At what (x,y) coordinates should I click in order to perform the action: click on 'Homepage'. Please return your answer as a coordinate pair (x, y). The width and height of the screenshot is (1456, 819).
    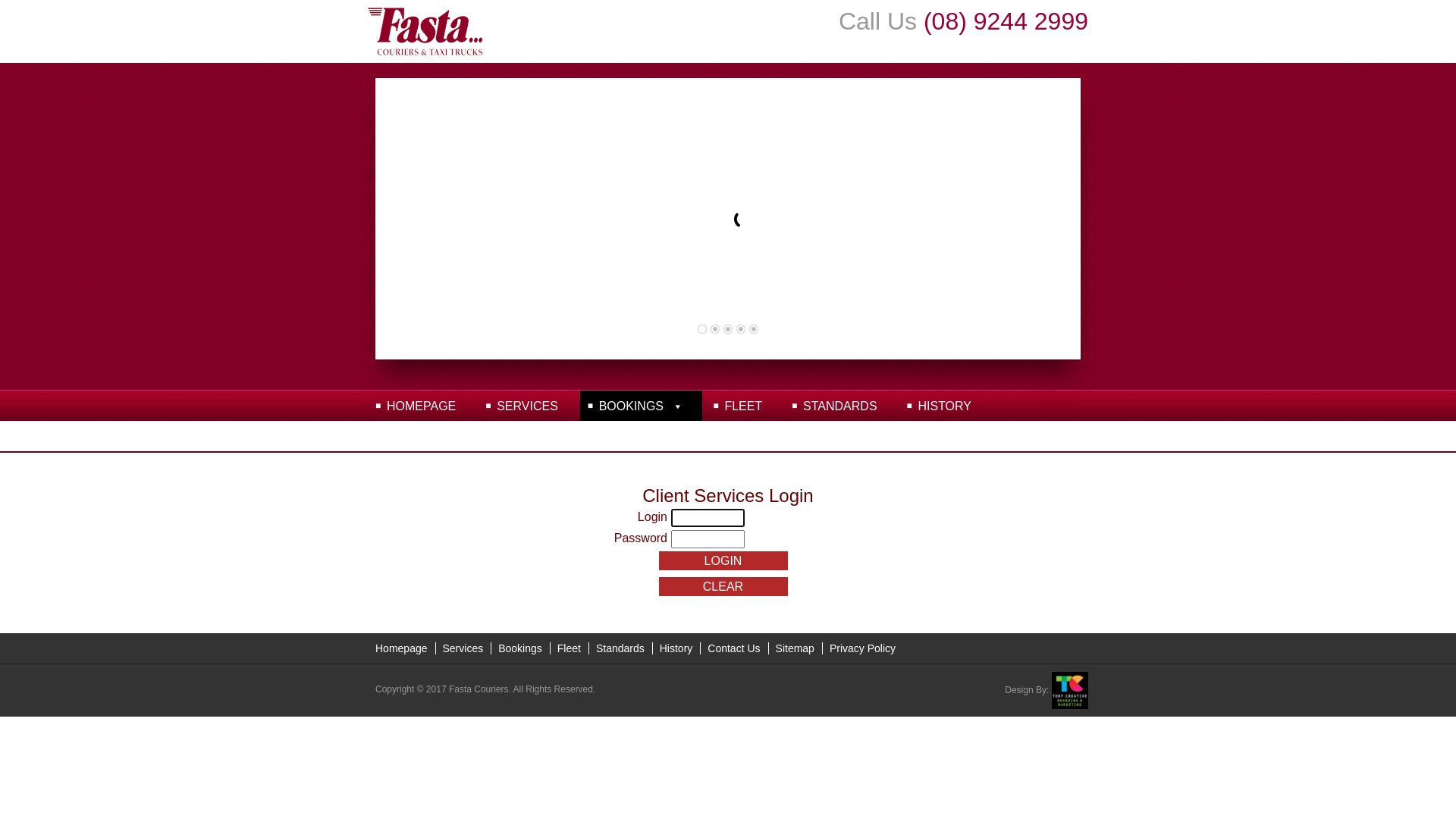
    Looking at the image, I should click on (401, 648).